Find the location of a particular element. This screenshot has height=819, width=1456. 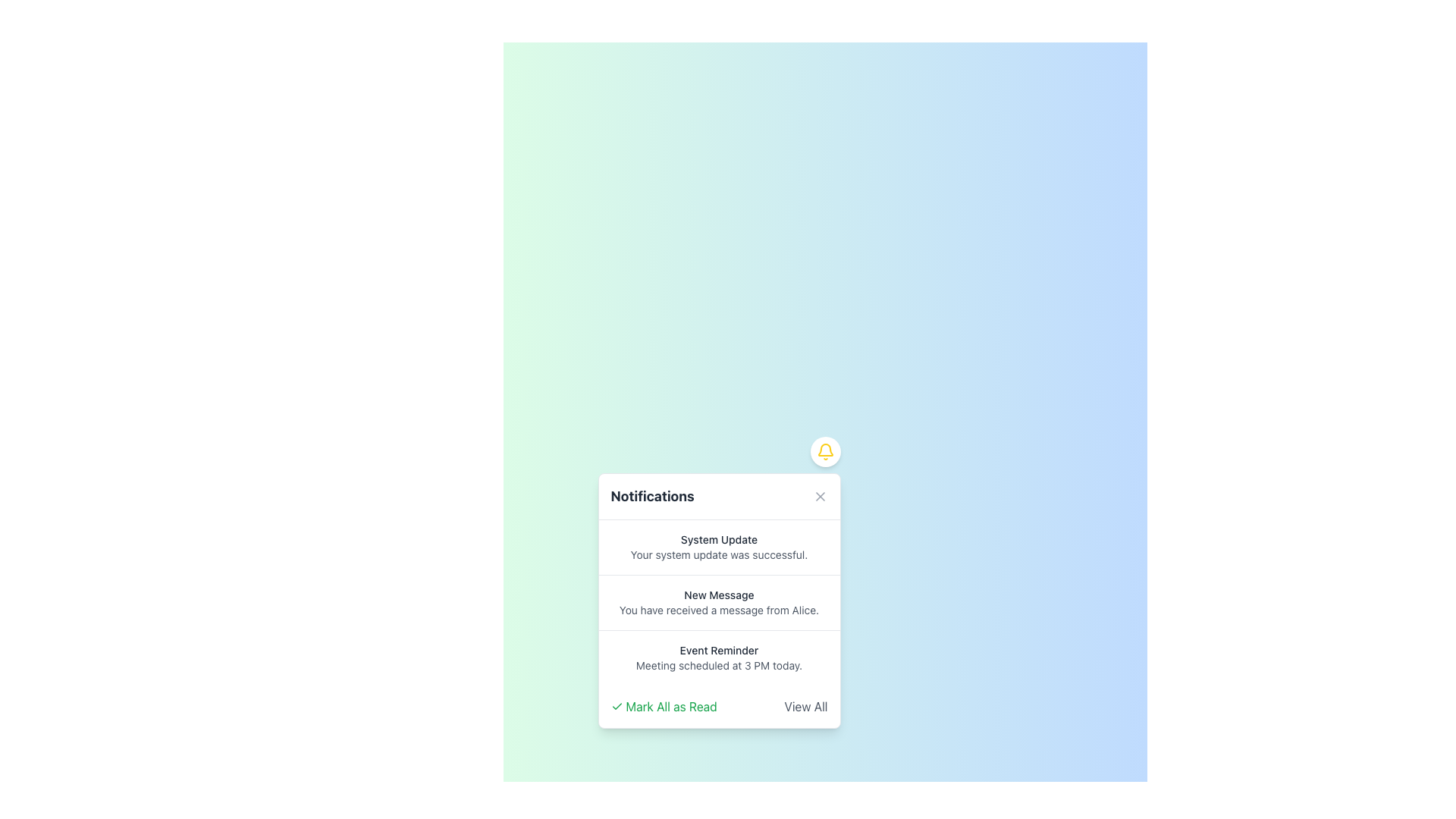

the 'Event Reminder' notification element, which features bold dark text and lighter gray subtext, positioned in the Notifications section is located at coordinates (718, 657).